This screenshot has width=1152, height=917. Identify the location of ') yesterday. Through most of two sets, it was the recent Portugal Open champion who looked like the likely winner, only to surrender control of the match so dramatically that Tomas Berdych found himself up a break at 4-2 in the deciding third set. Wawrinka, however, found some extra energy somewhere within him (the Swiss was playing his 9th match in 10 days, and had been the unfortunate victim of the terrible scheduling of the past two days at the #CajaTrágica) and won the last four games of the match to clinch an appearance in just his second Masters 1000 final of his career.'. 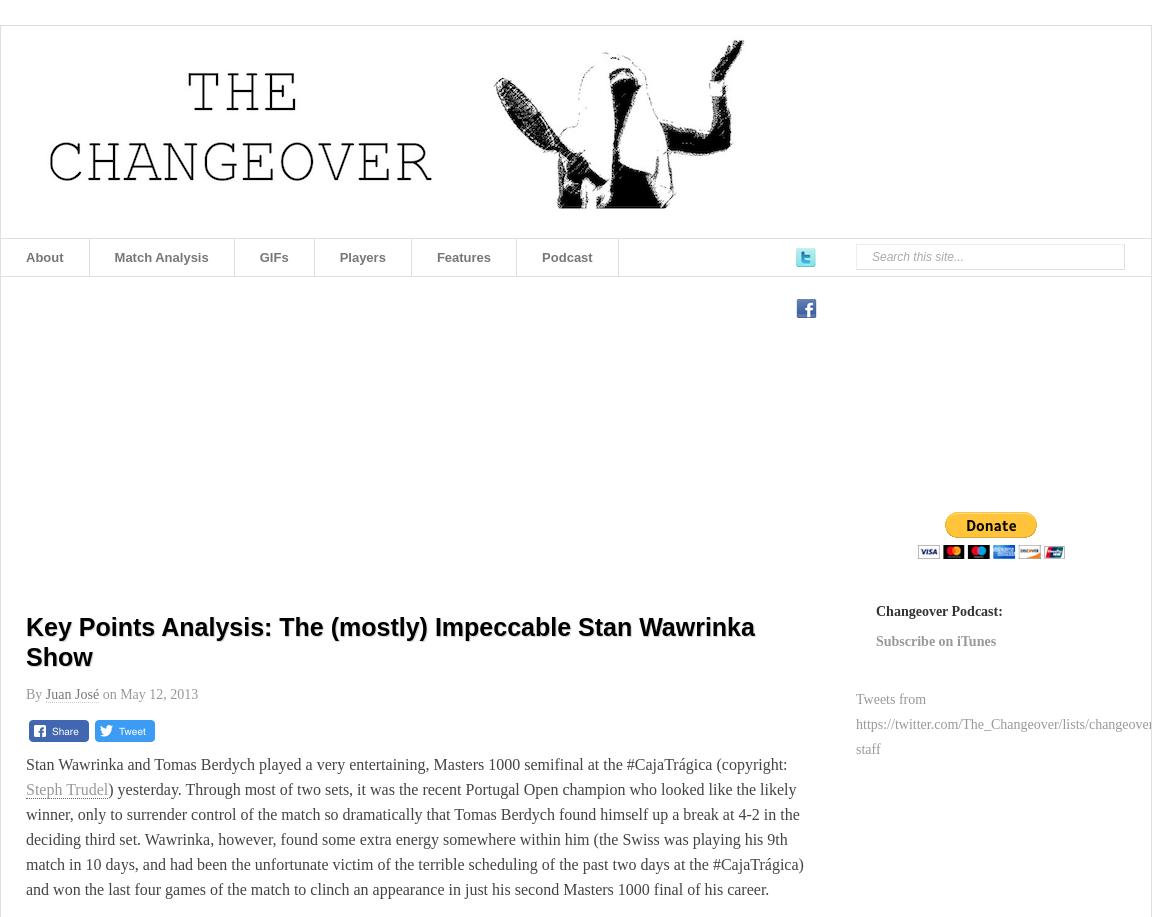
(413, 839).